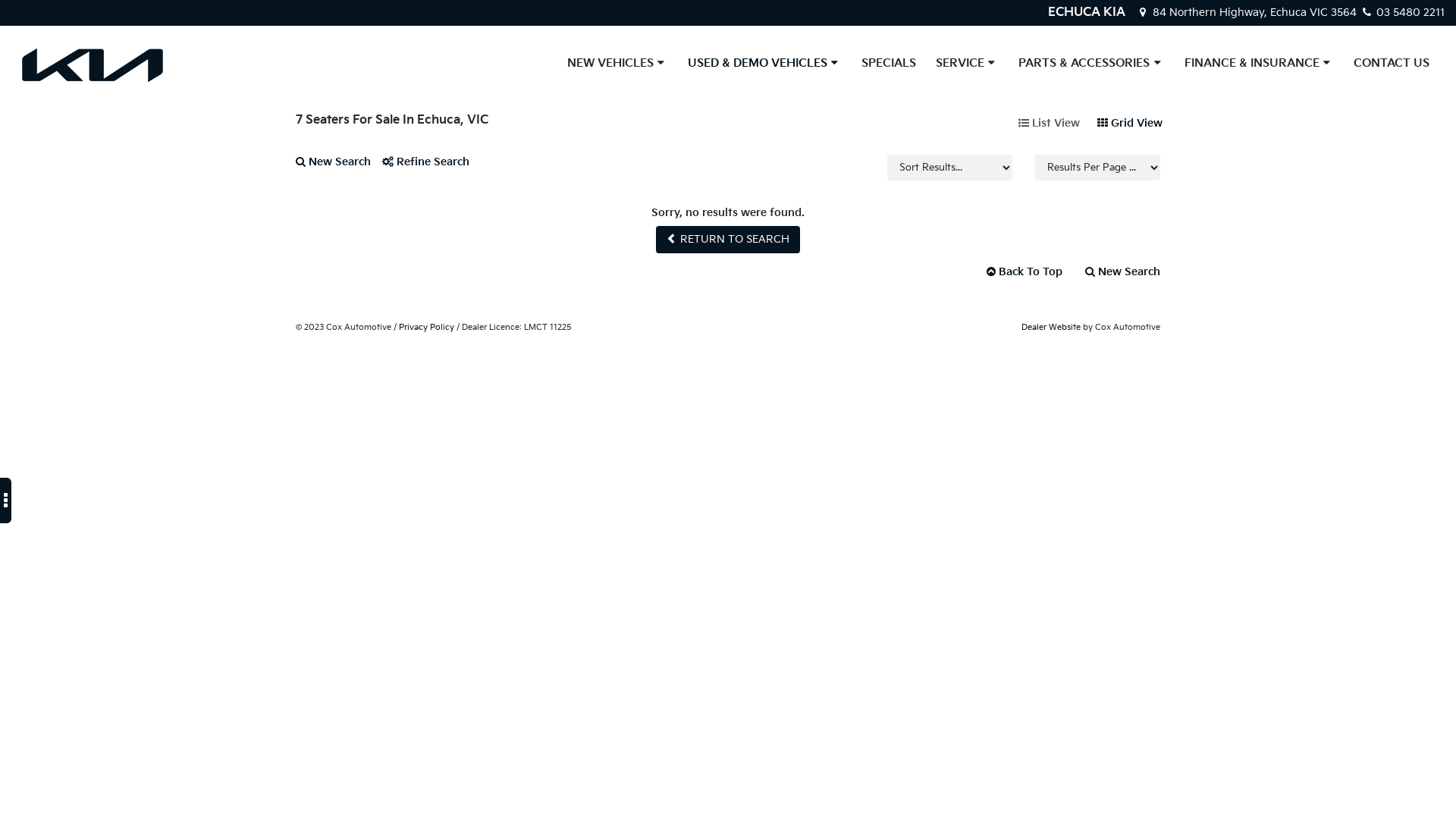  Describe the element at coordinates (1247, 12) in the screenshot. I see `'84 Northern Highway, Echuca VIC 3564'` at that location.